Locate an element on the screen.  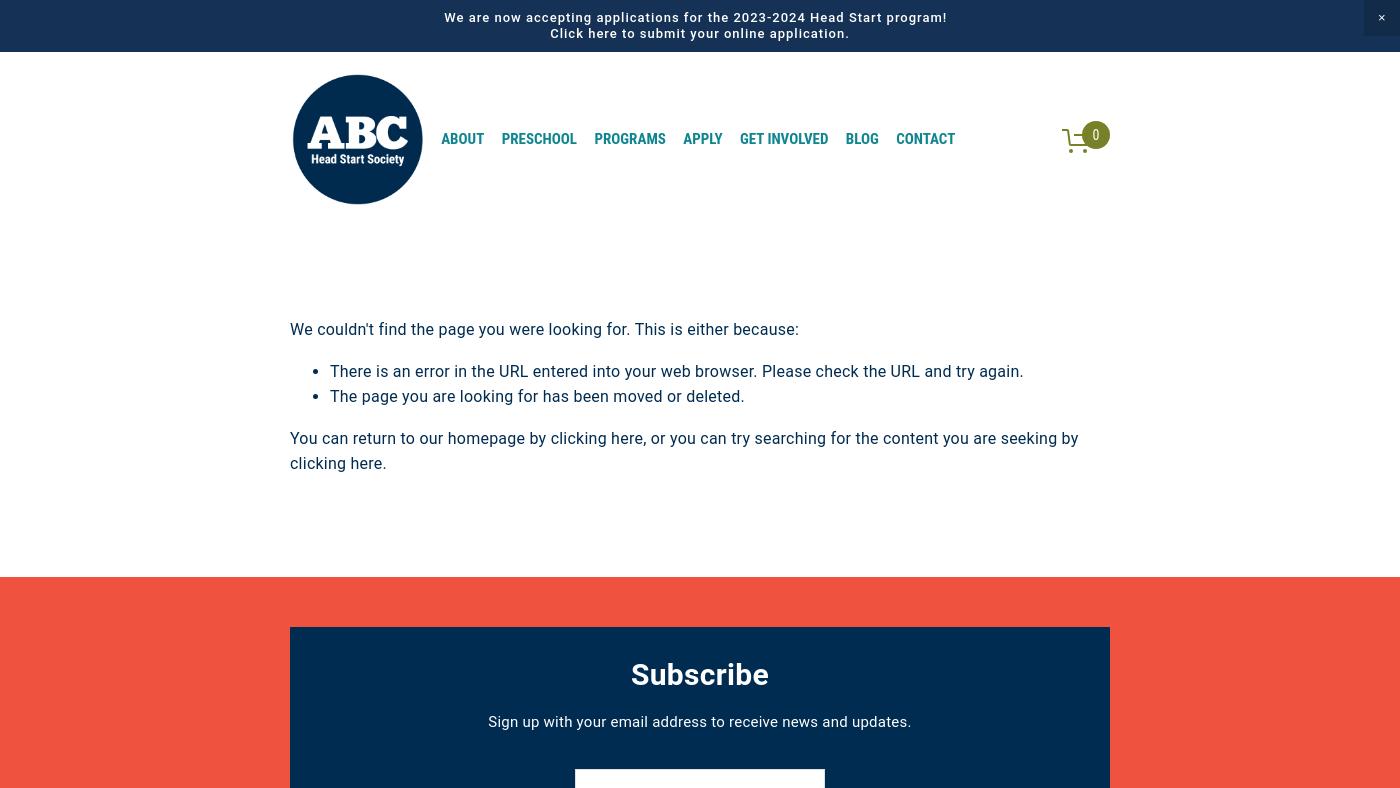
'We are now accepting applications for the 2023-2024 Head Start program!' is located at coordinates (699, 16).